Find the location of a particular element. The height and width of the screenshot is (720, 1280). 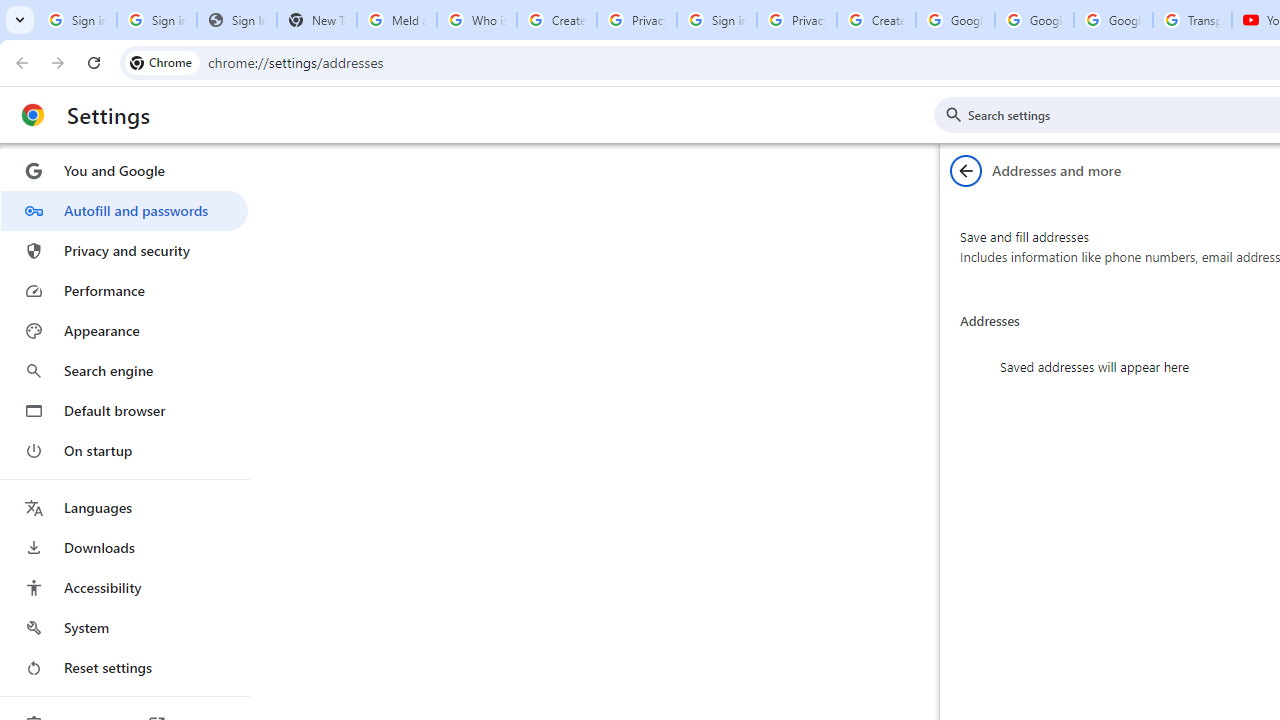

'You and Google' is located at coordinates (123, 170).